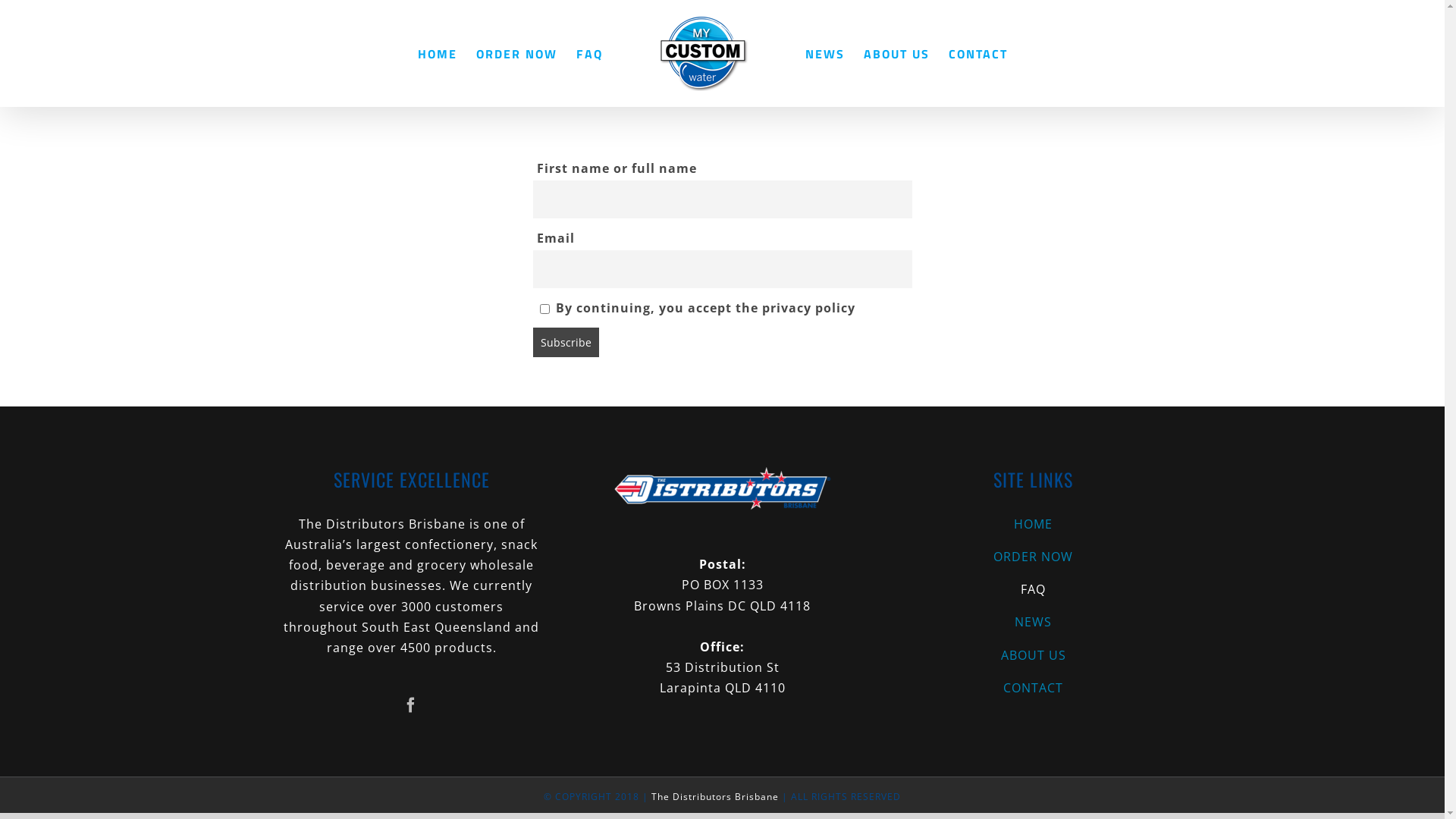 The image size is (1456, 819). Describe the element at coordinates (1032, 688) in the screenshot. I see `'CONTACT'` at that location.